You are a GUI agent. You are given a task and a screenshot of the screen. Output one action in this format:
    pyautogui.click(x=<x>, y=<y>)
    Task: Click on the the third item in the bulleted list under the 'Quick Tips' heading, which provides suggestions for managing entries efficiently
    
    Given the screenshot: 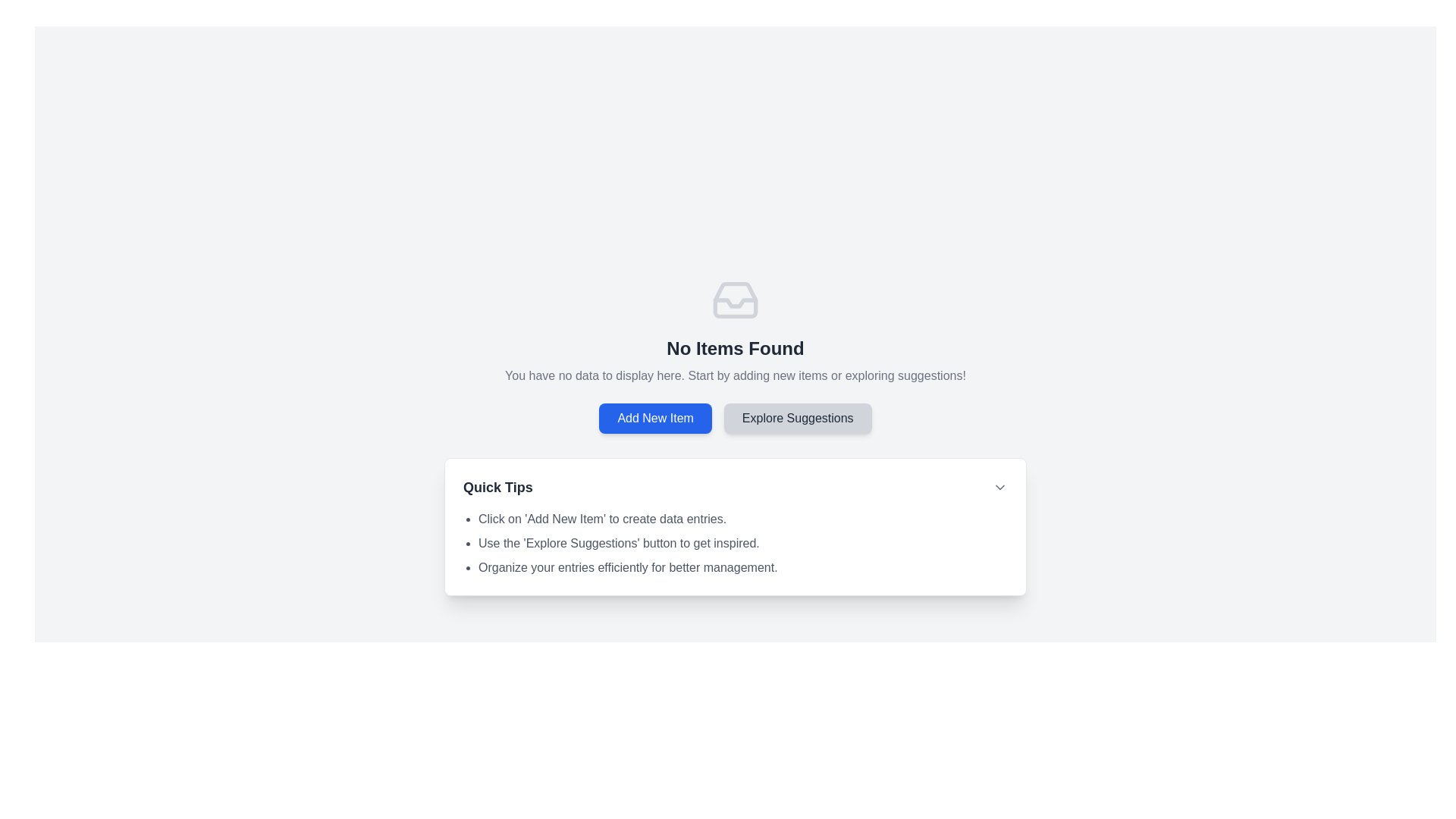 What is the action you would take?
    pyautogui.click(x=742, y=567)
    